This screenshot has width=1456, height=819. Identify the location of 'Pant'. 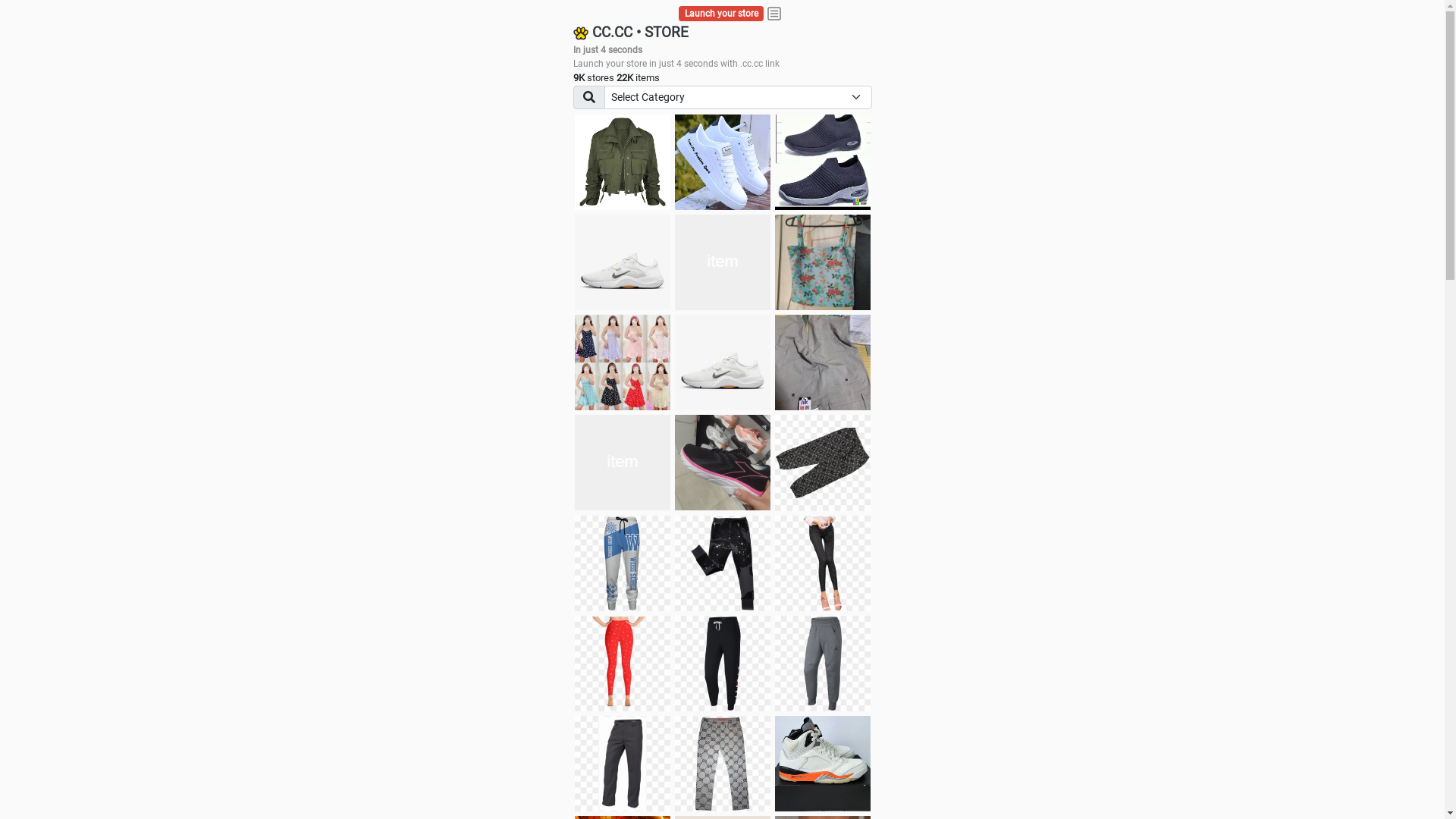
(673, 663).